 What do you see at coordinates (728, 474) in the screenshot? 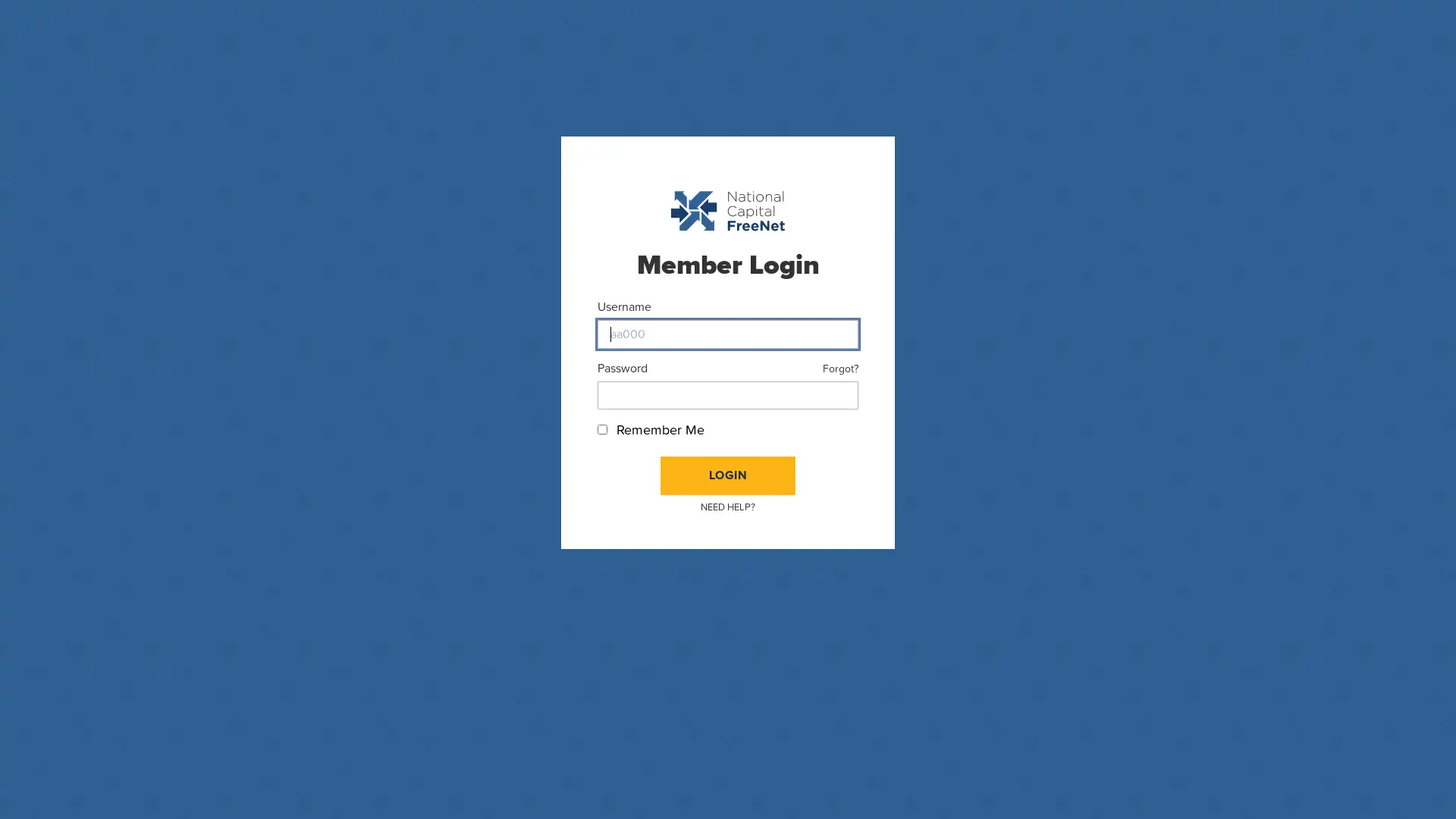
I see `LOGIN` at bounding box center [728, 474].